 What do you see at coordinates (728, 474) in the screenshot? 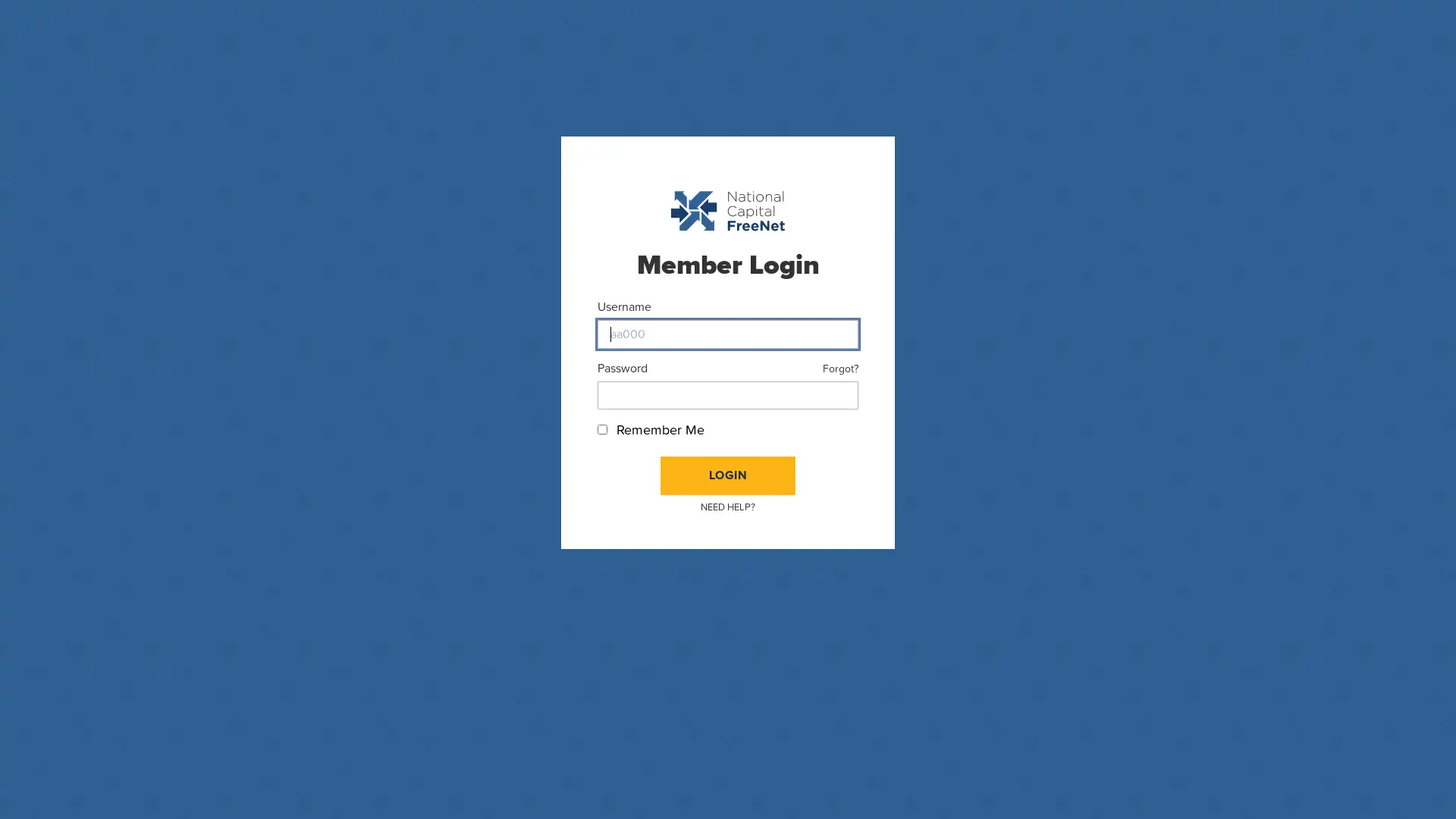
I see `LOGIN` at bounding box center [728, 474].